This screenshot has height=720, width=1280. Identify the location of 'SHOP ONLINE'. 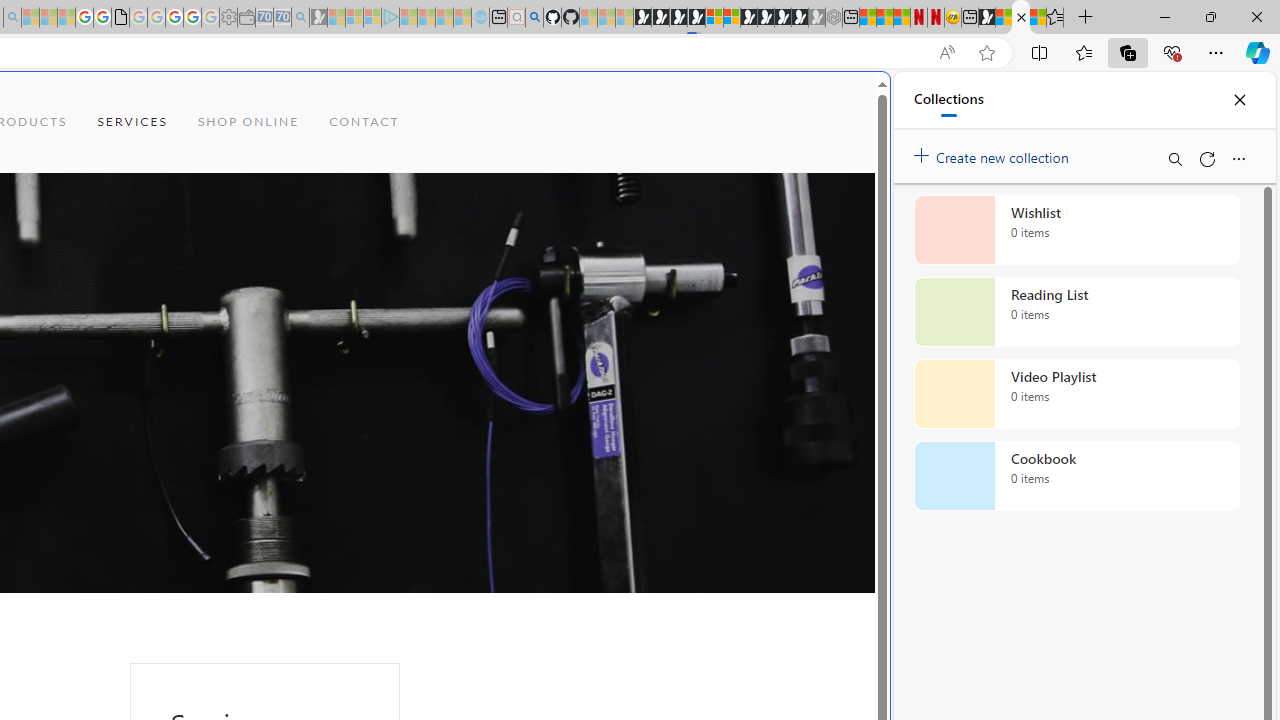
(247, 122).